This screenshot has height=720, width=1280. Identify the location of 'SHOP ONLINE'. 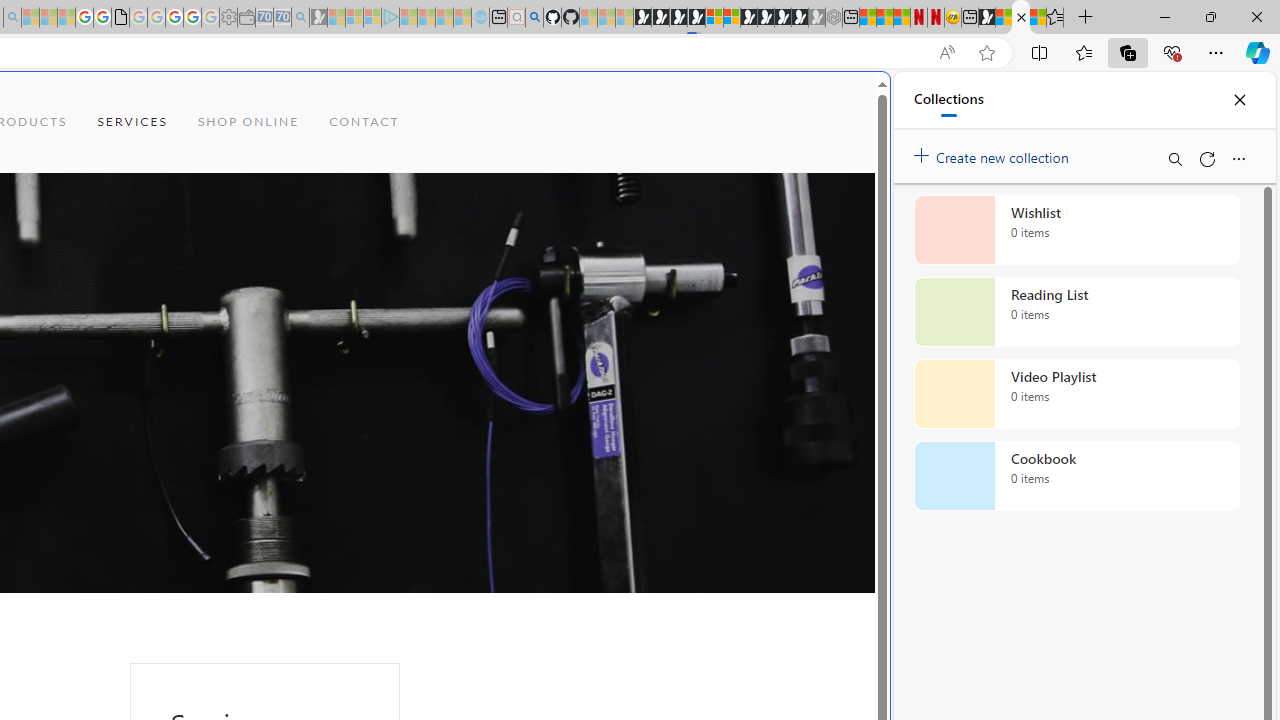
(247, 122).